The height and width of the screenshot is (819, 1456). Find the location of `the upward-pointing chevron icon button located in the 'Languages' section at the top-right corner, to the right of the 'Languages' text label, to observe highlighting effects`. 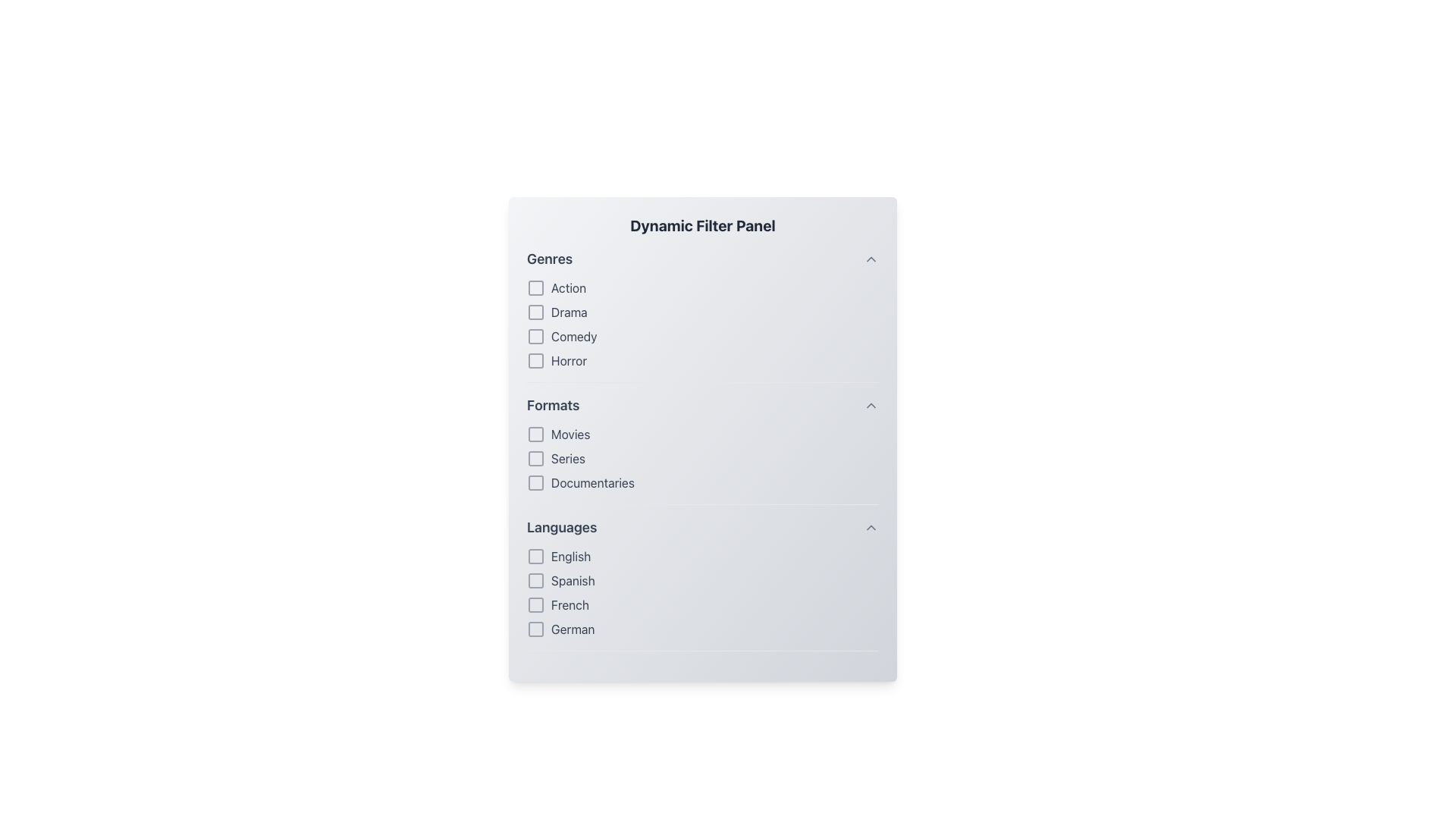

the upward-pointing chevron icon button located in the 'Languages' section at the top-right corner, to the right of the 'Languages' text label, to observe highlighting effects is located at coordinates (871, 526).